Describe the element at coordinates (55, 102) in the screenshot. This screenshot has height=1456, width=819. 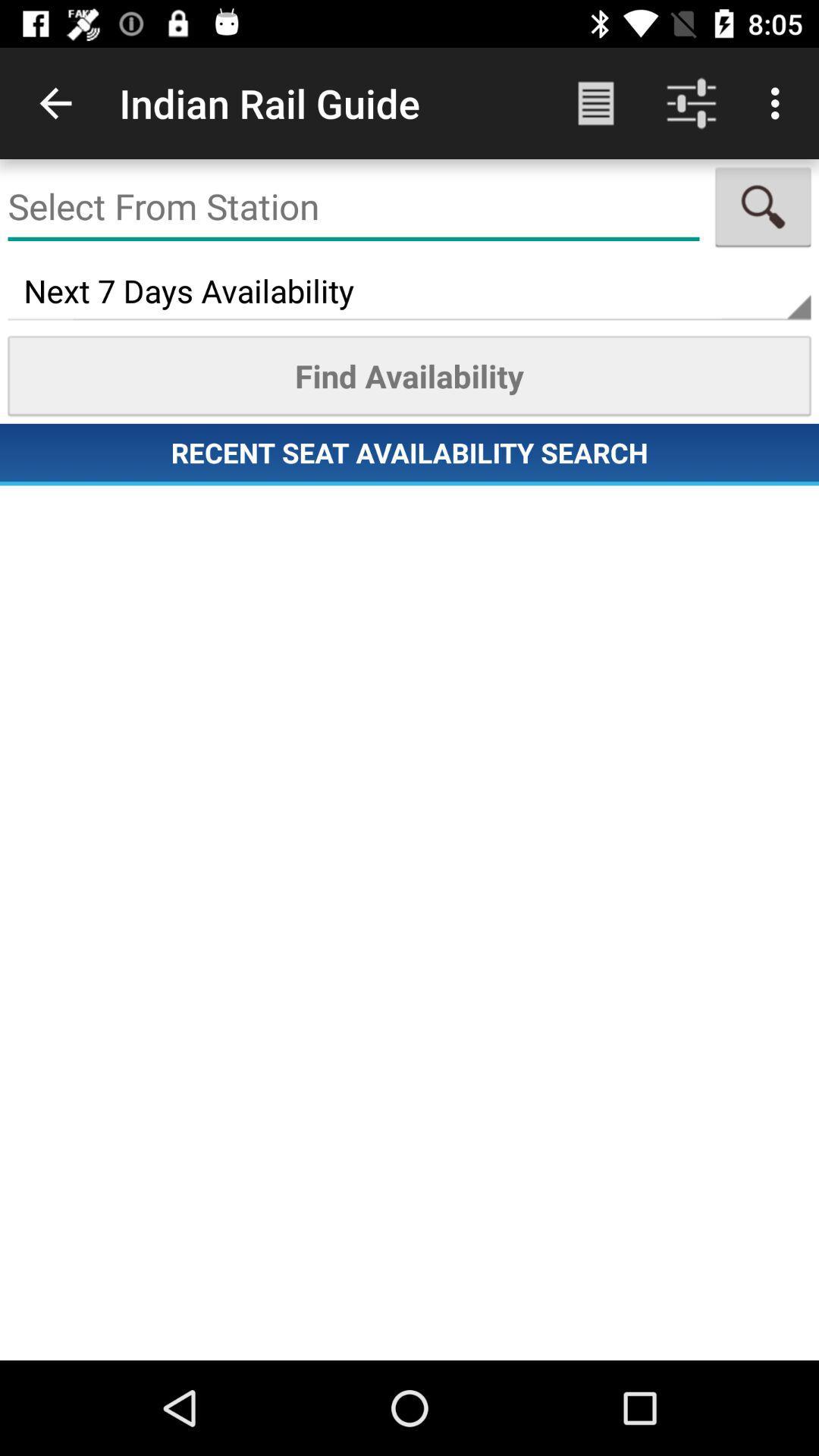
I see `icon next to indian rail guide app` at that location.